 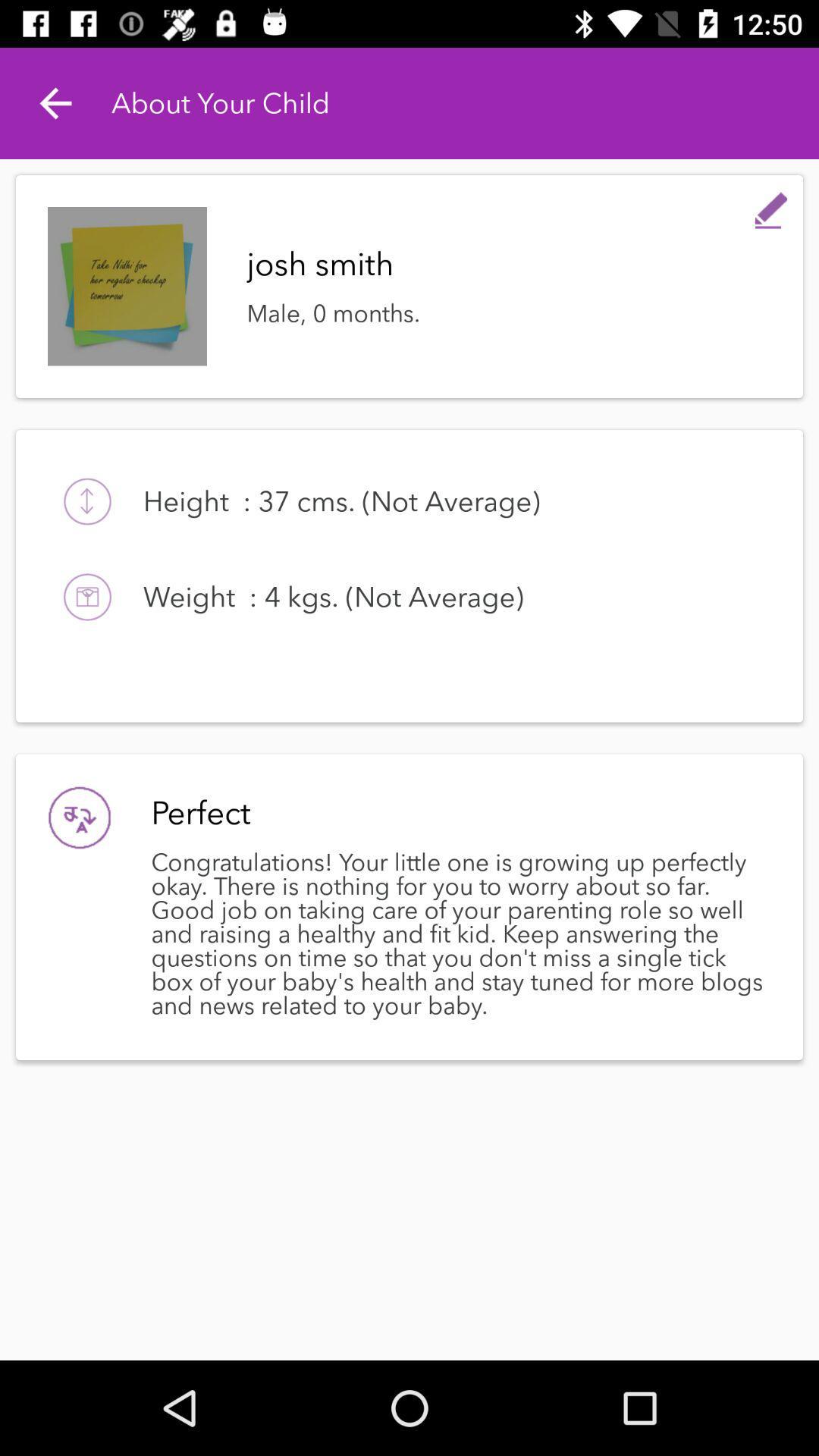 I want to click on edit about your child, so click(x=771, y=206).